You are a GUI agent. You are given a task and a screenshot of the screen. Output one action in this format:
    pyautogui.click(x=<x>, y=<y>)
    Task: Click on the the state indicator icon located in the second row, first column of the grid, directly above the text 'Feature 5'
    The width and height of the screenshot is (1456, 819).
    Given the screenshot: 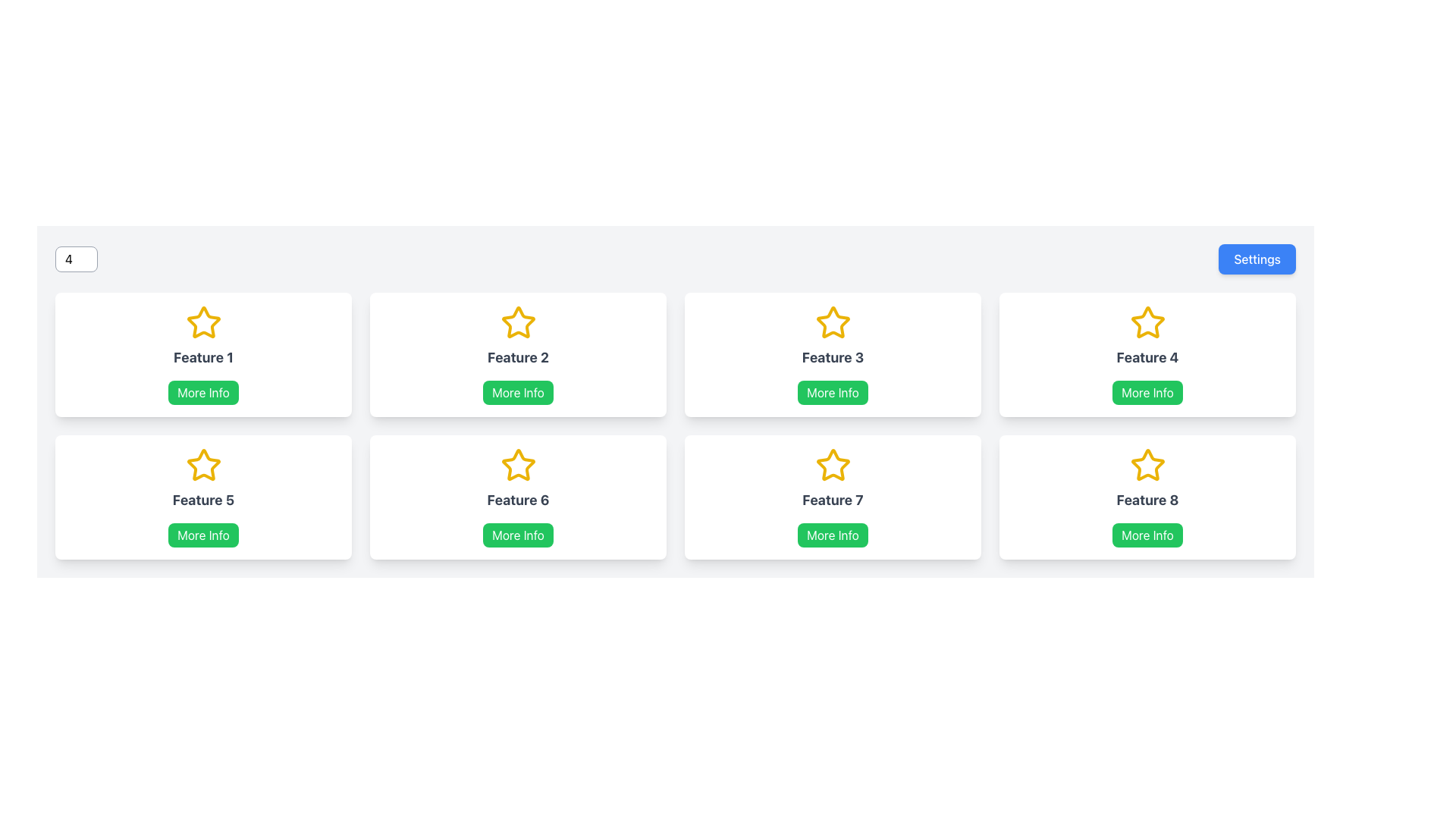 What is the action you would take?
    pyautogui.click(x=202, y=464)
    